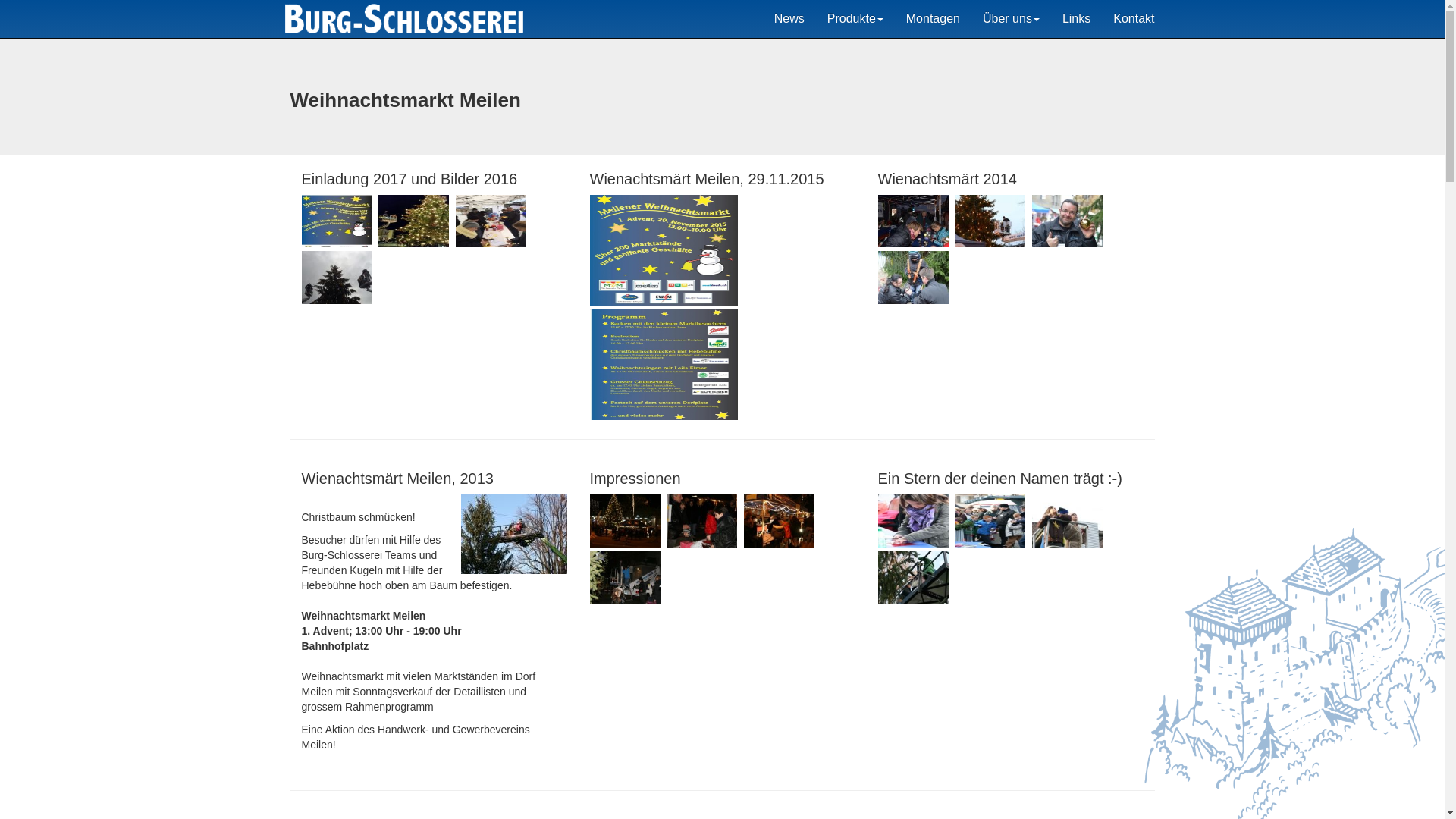 The image size is (1456, 819). What do you see at coordinates (932, 18) in the screenshot?
I see `'Montagen'` at bounding box center [932, 18].